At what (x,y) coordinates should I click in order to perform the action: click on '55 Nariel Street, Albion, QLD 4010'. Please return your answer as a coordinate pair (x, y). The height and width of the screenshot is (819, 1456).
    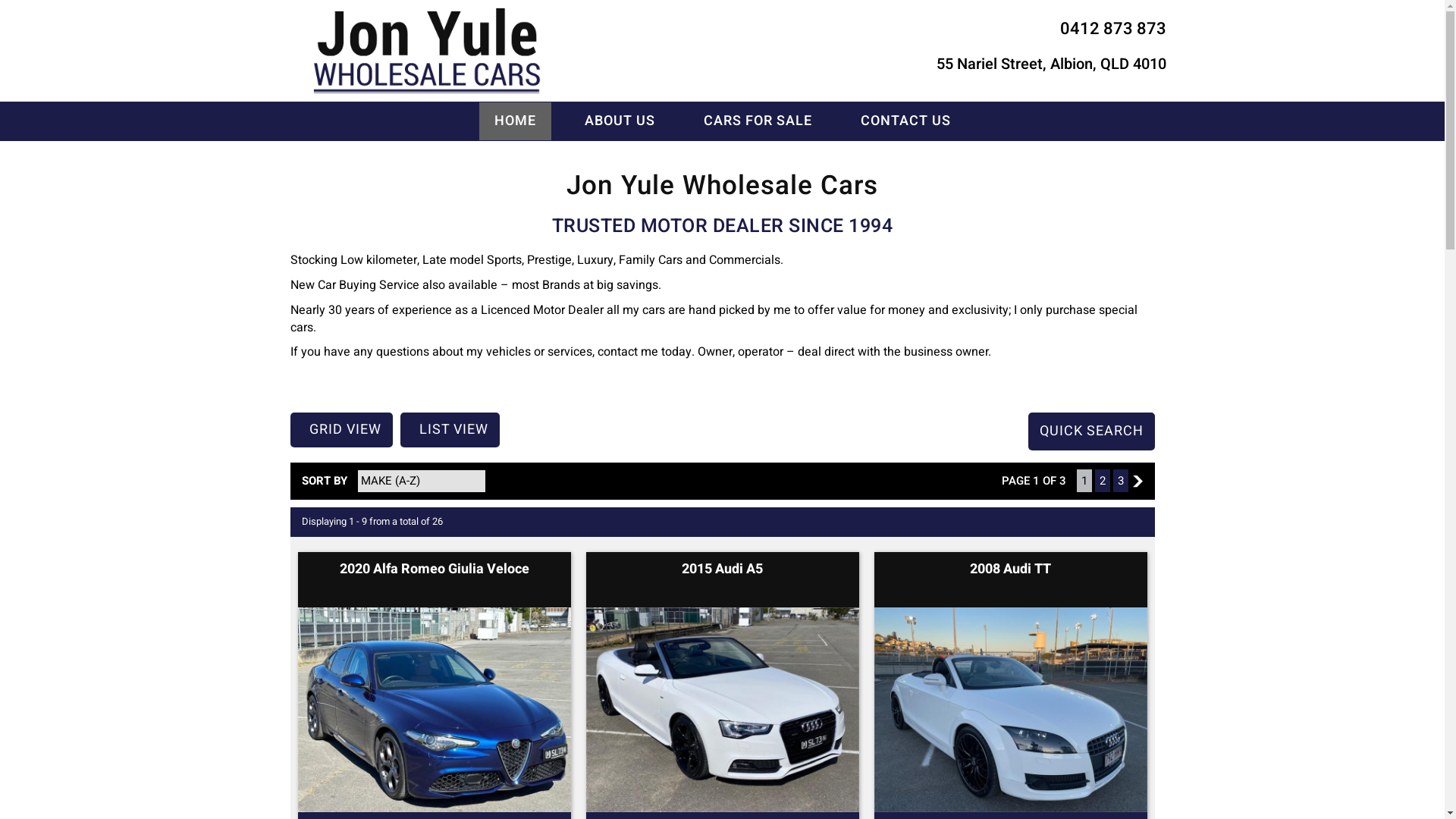
    Looking at the image, I should click on (1050, 64).